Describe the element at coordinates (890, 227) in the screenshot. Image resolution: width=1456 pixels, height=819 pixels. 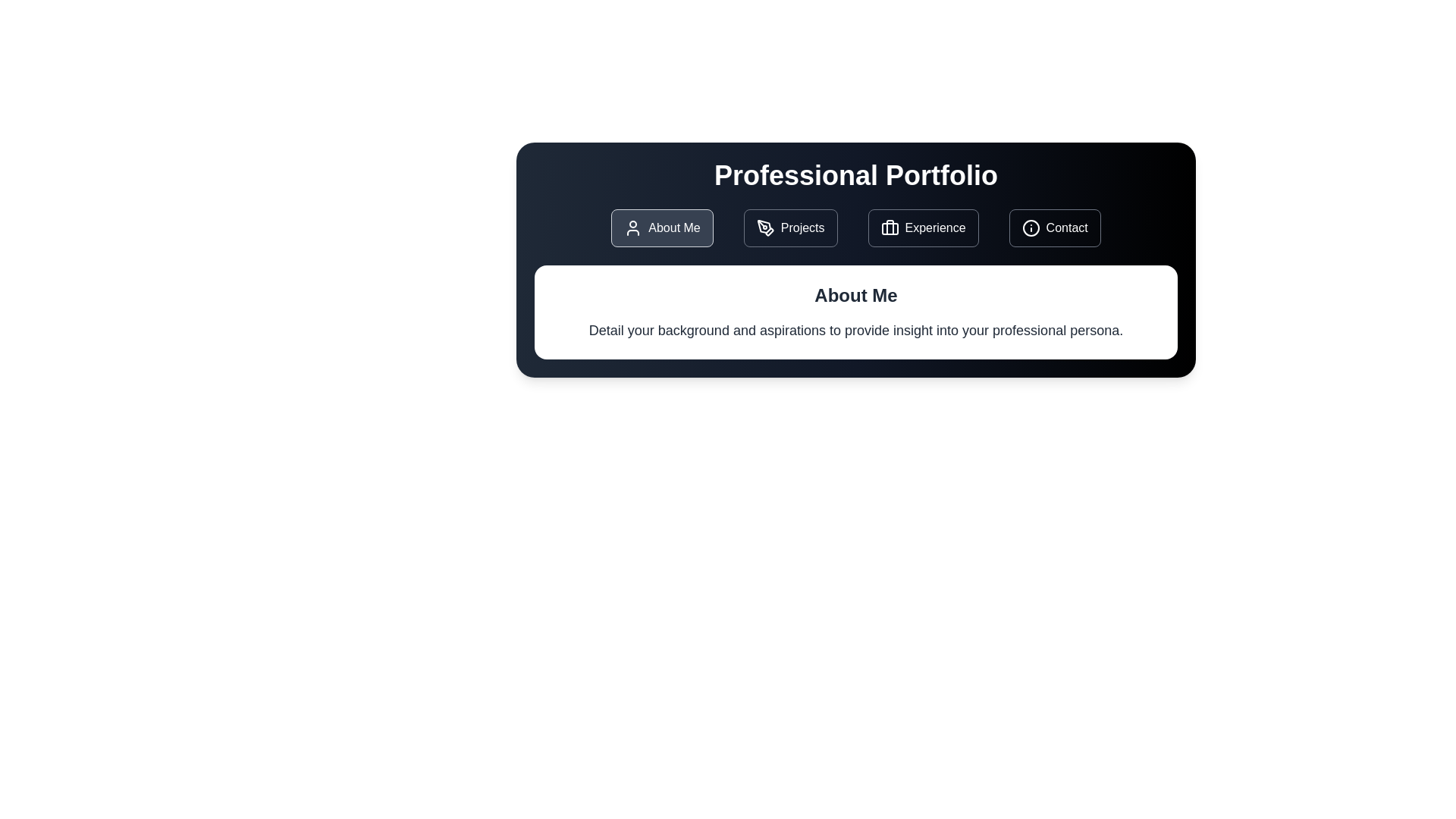
I see `the 'Experience' navigation button icon, which is part of the third button in a horizontal list of navigation options` at that location.